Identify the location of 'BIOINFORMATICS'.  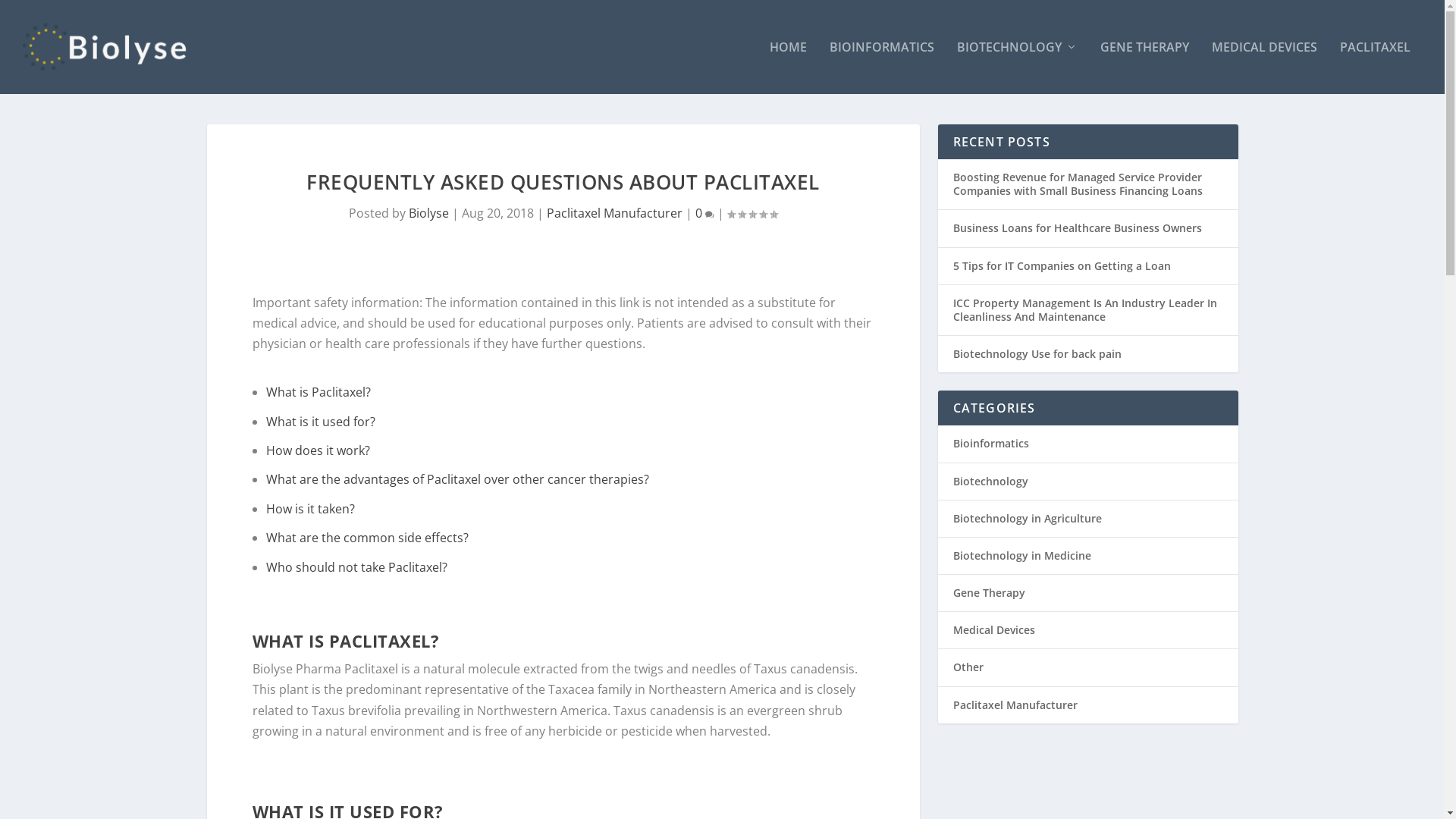
(881, 66).